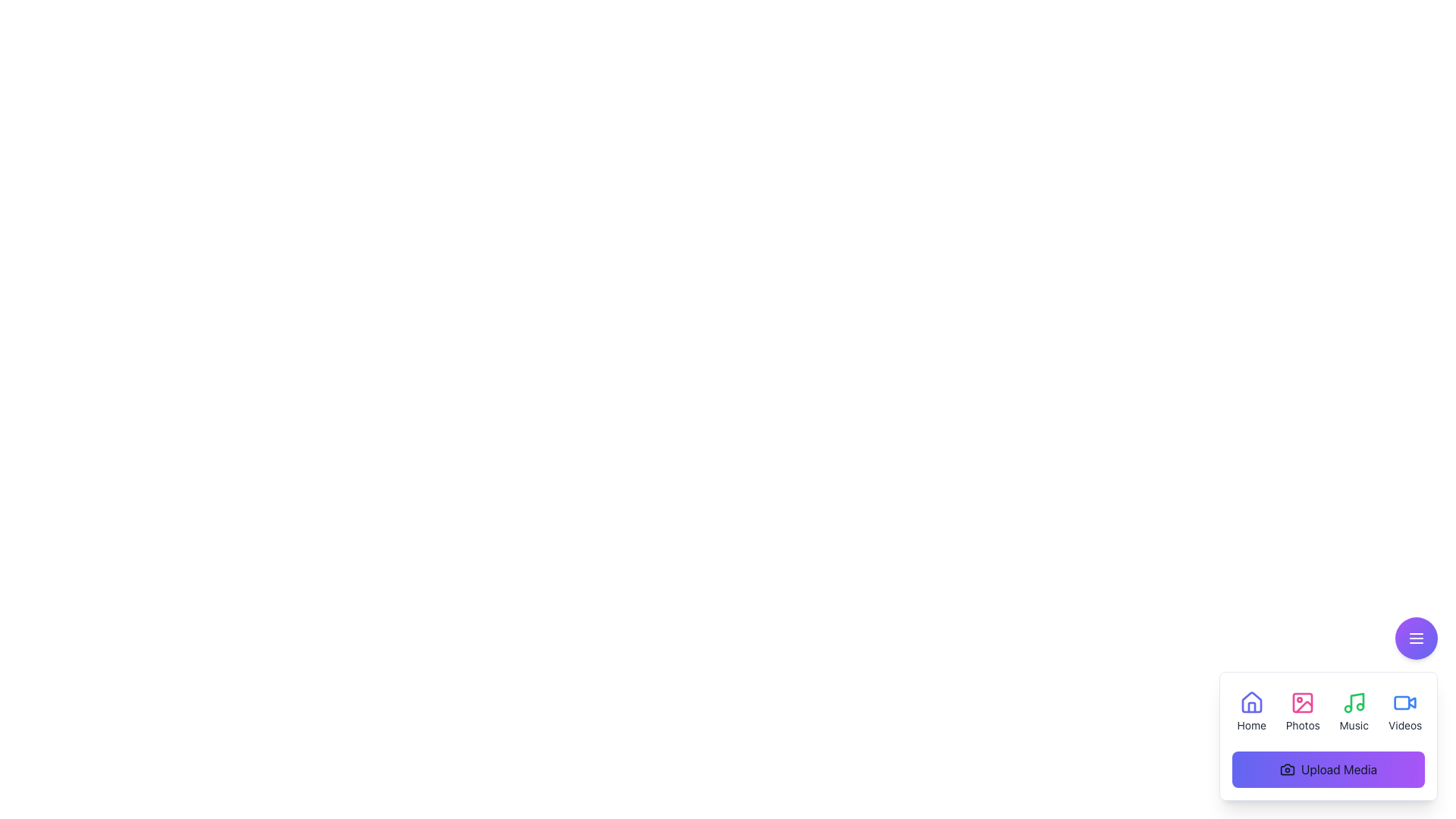  What do you see at coordinates (1251, 702) in the screenshot?
I see `the 'Home' icon in the bottom-right corner of the navigation bar` at bounding box center [1251, 702].